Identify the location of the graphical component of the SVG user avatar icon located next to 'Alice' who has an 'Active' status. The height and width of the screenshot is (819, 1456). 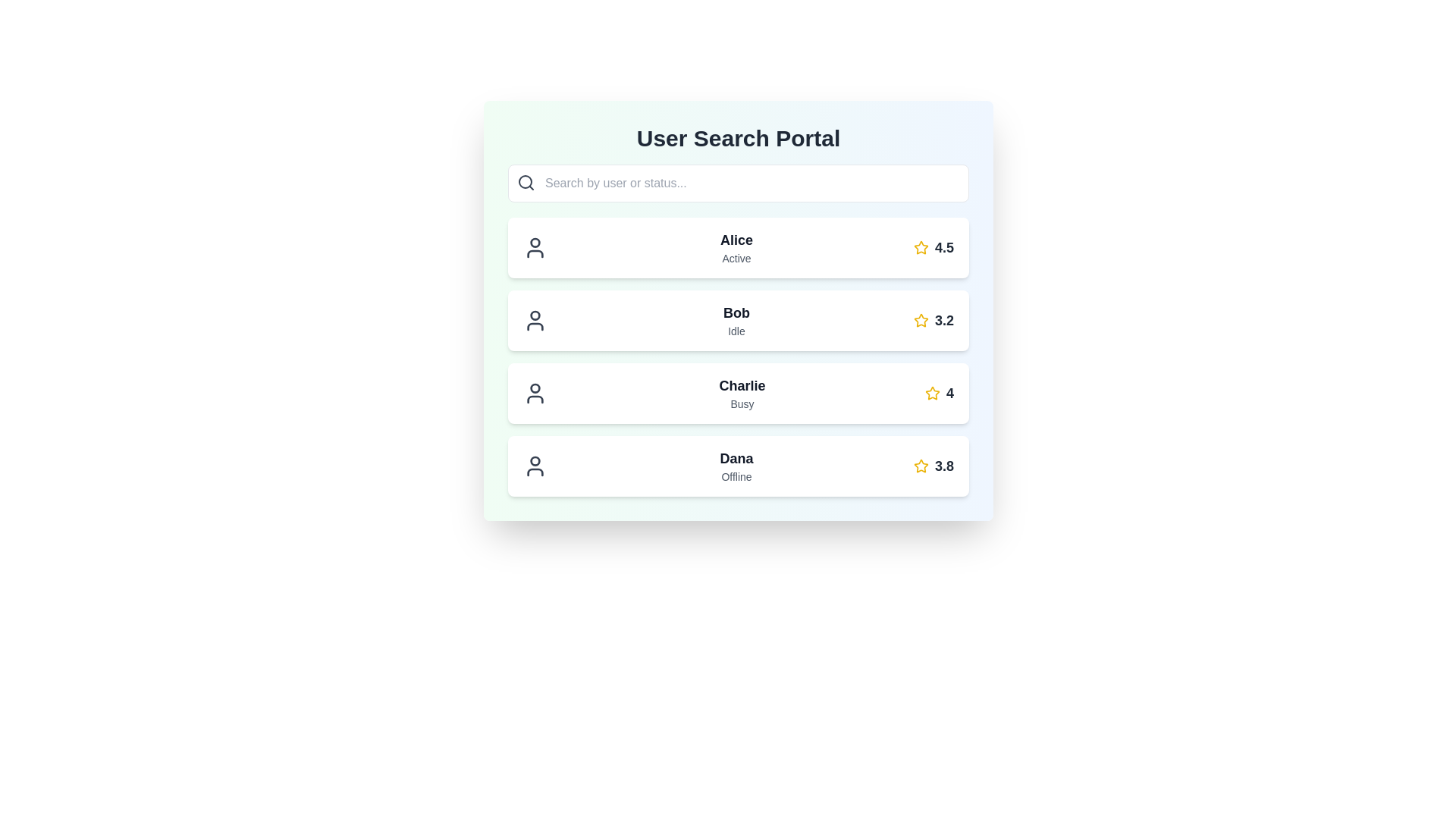
(535, 242).